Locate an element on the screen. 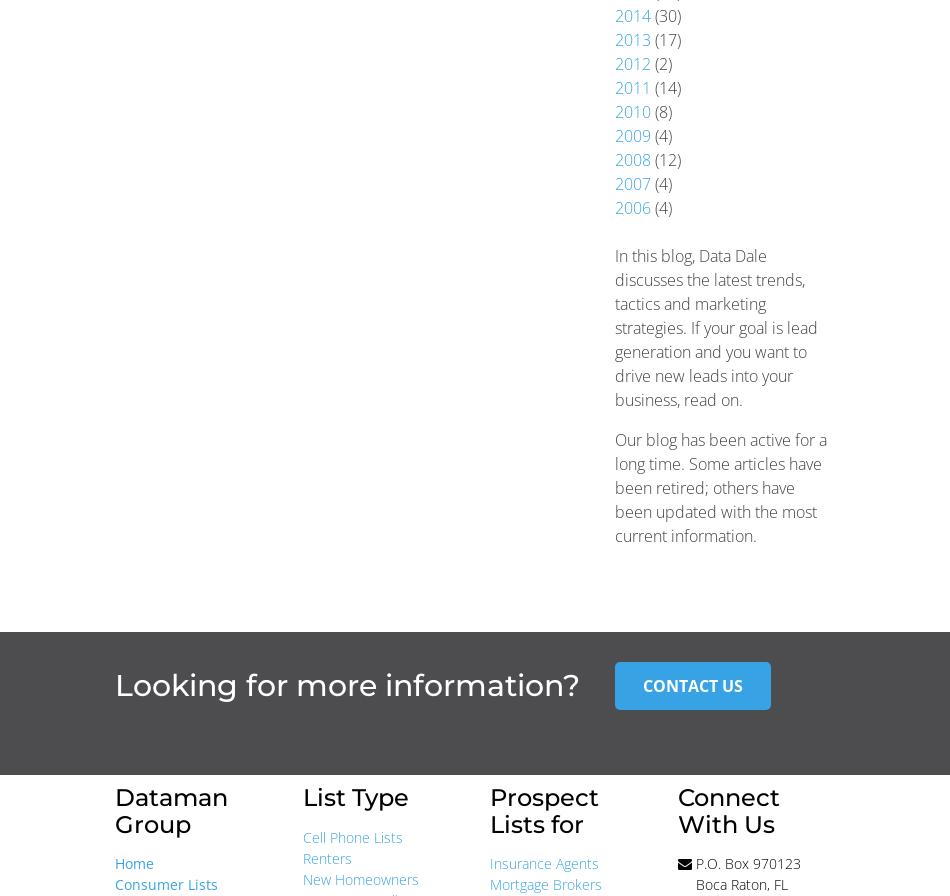 The image size is (950, 896). '2007' is located at coordinates (632, 184).